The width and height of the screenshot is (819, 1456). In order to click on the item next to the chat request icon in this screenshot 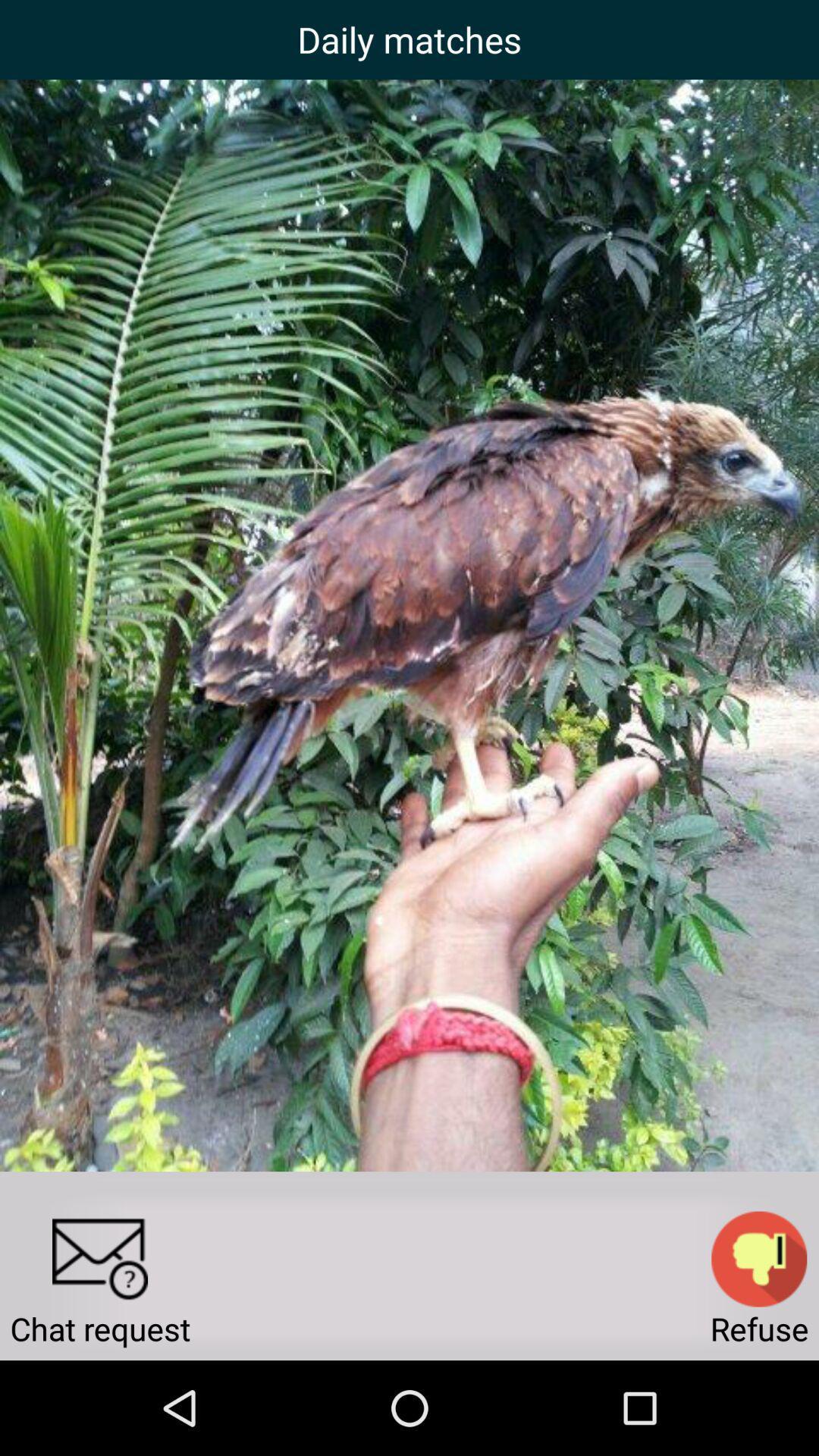, I will do `click(759, 1259)`.